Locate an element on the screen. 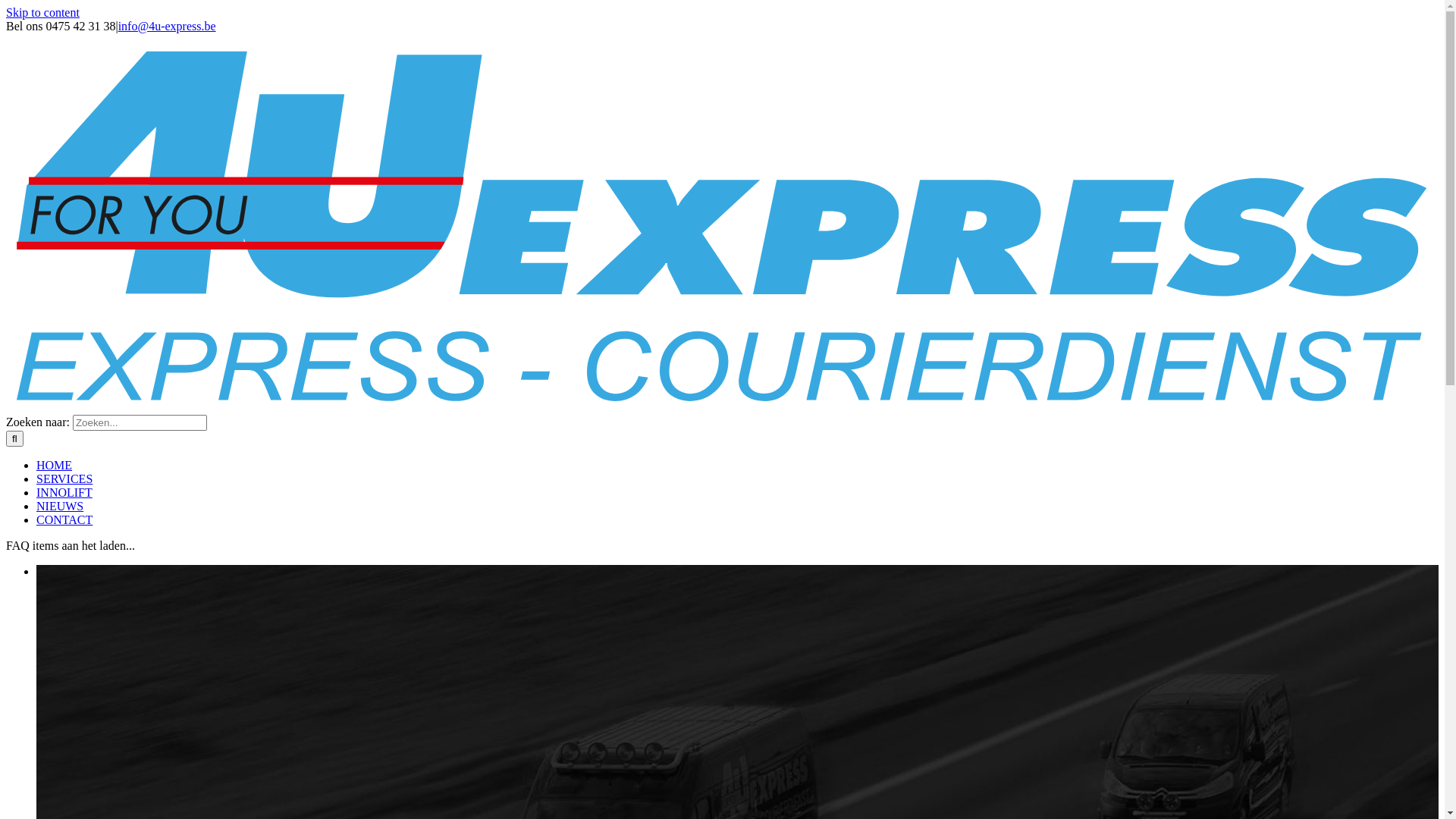  'HOME' is located at coordinates (54, 464).